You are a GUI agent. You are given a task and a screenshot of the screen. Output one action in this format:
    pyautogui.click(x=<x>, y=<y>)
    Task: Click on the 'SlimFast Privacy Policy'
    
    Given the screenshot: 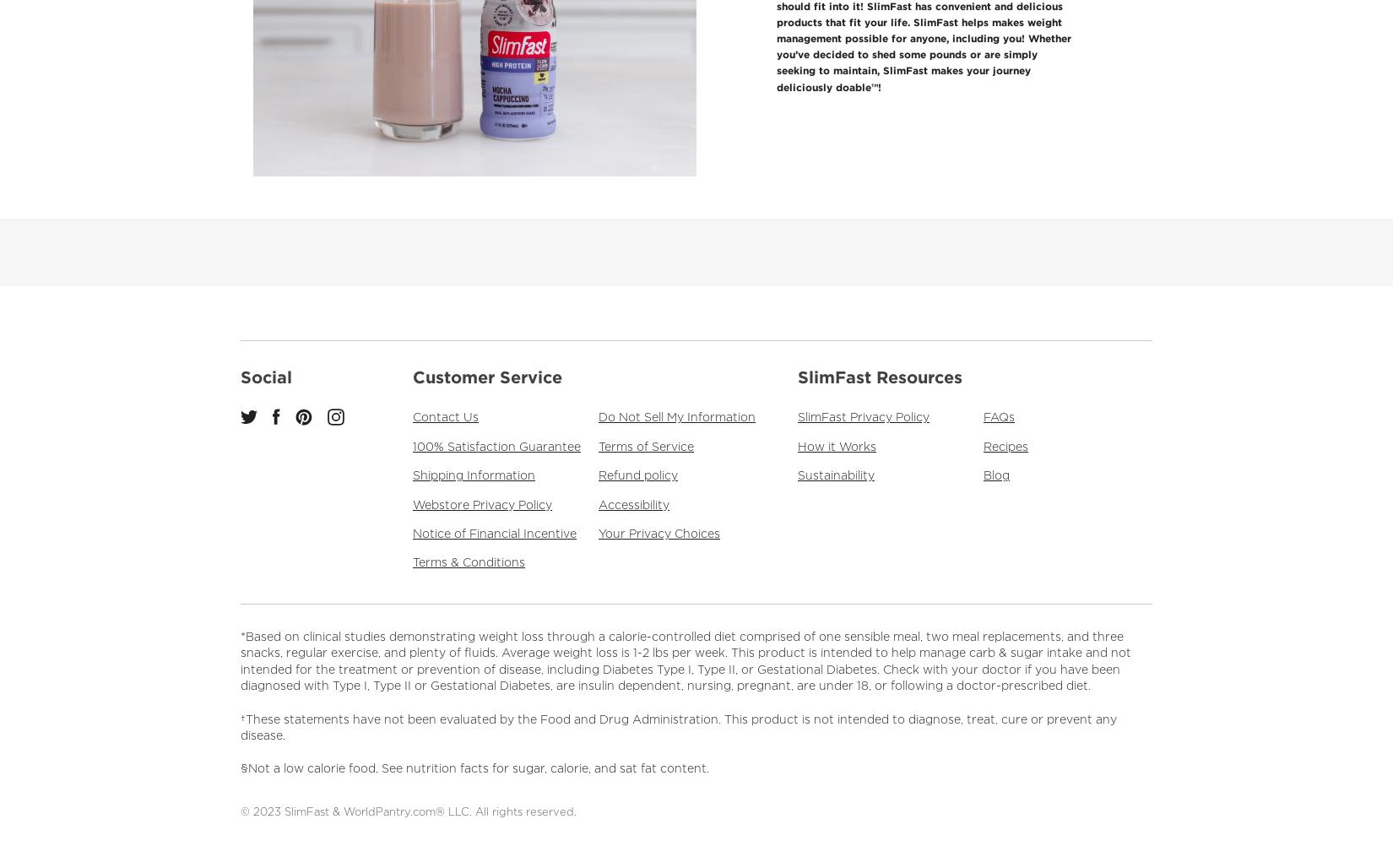 What is the action you would take?
    pyautogui.click(x=864, y=416)
    